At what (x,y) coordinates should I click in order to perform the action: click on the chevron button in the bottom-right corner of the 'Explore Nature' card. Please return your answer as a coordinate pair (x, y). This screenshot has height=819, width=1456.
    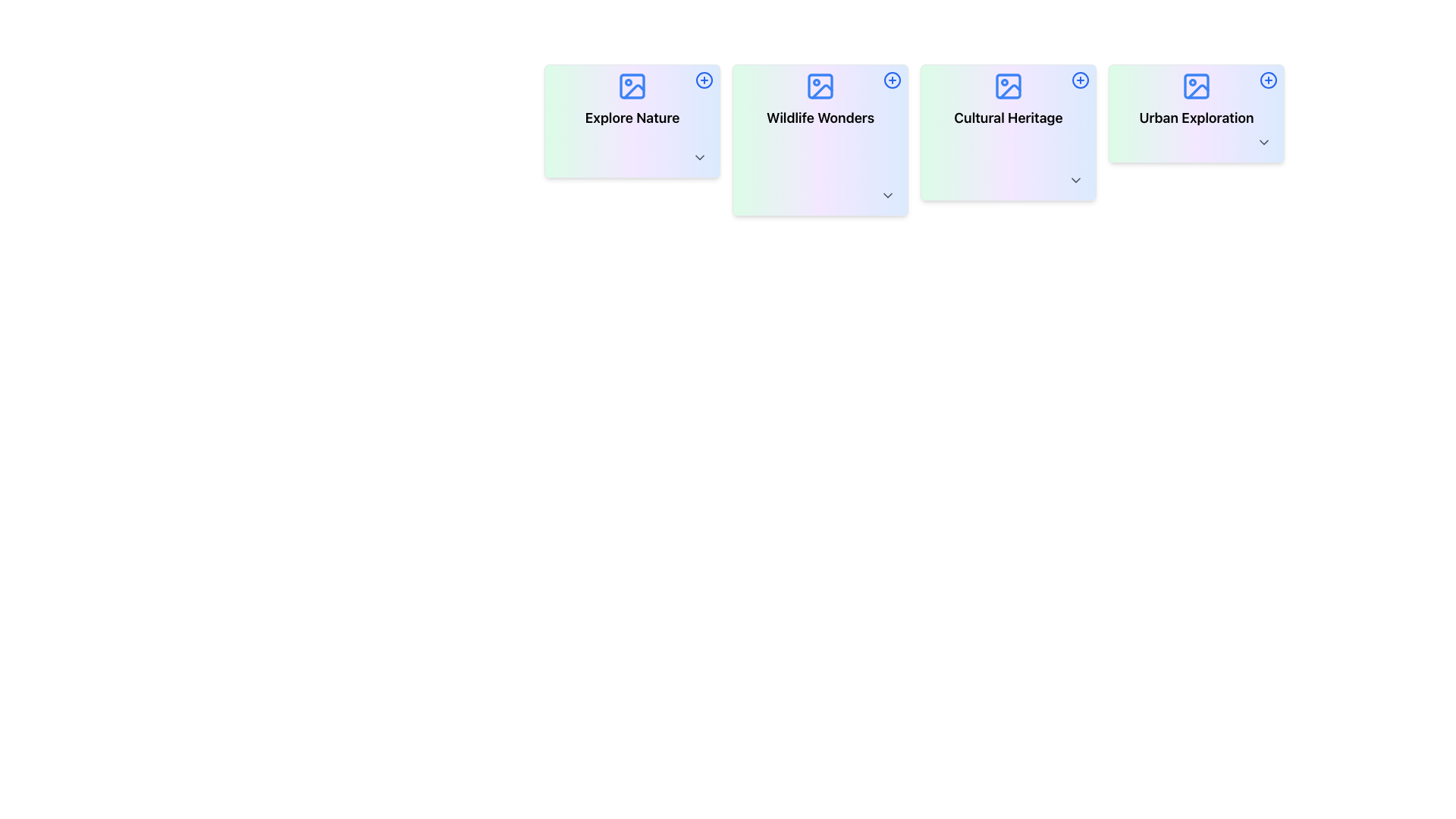
    Looking at the image, I should click on (698, 158).